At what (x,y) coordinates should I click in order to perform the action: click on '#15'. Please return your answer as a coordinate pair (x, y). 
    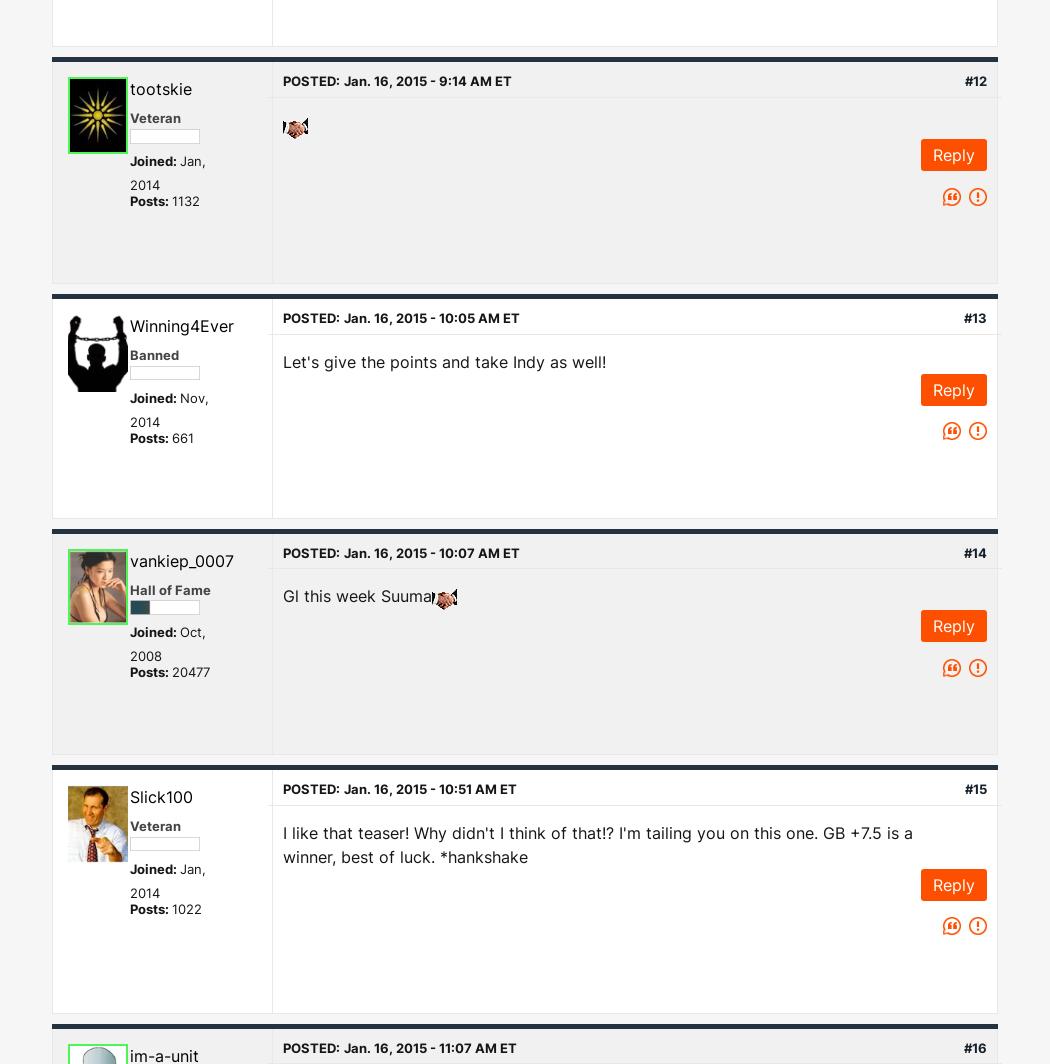
    Looking at the image, I should click on (975, 788).